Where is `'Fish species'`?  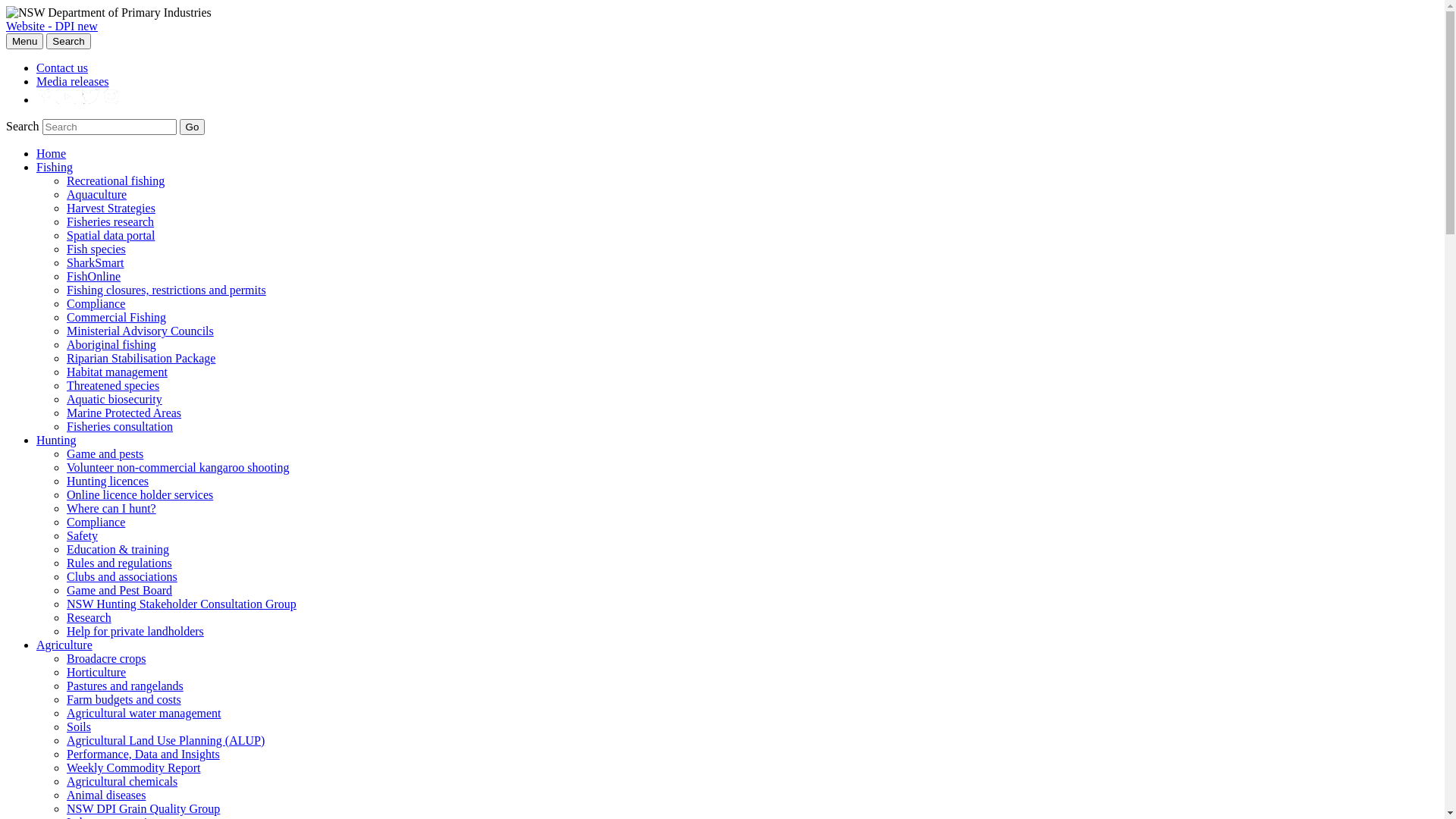 'Fish species' is located at coordinates (95, 248).